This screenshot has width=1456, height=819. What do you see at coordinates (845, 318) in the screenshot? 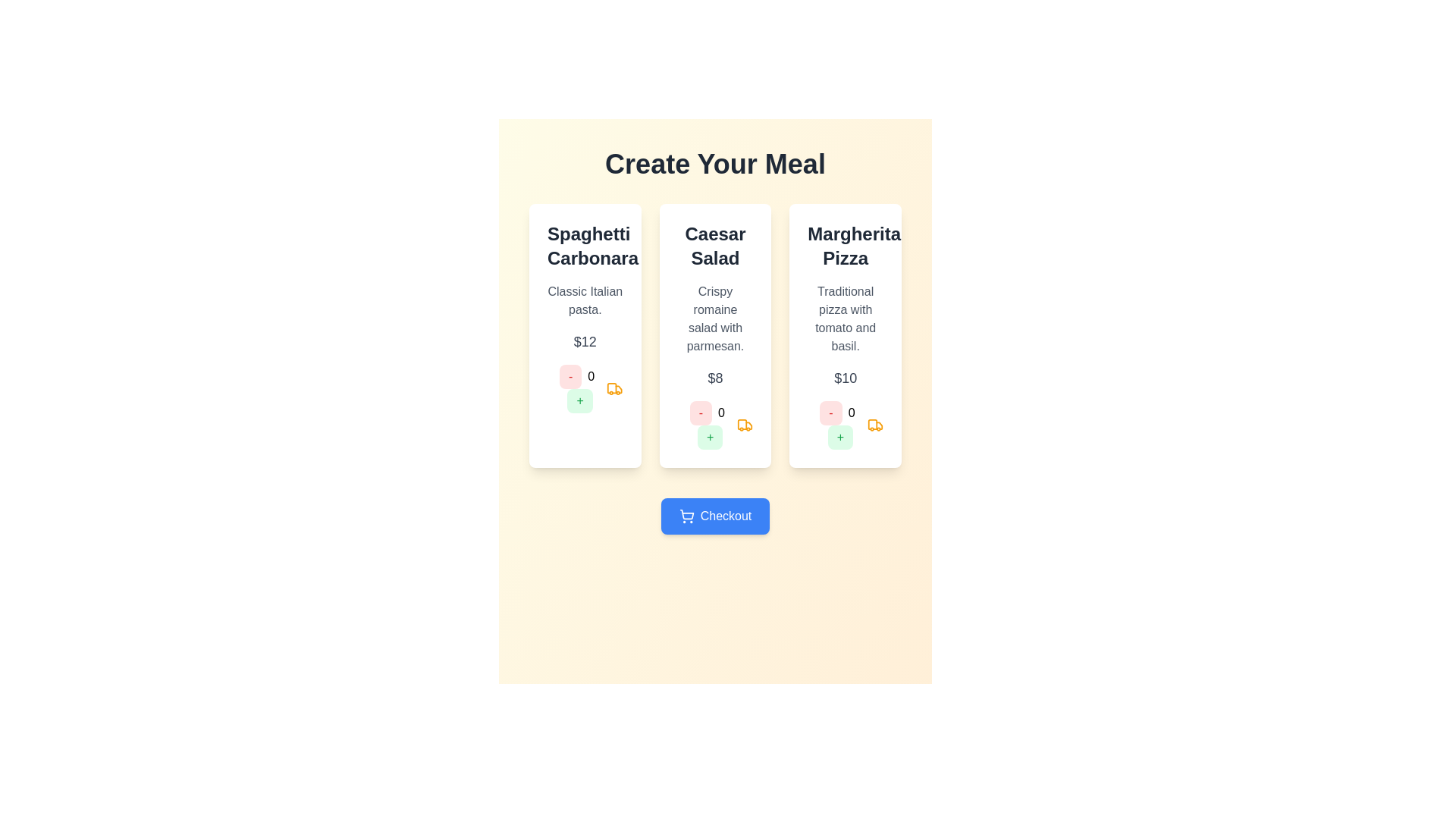
I see `the Text label providing a description of the Margherita Pizza, which is located within the Margherita Pizza card, directly below the main title and above the price, centered horizontally` at bounding box center [845, 318].